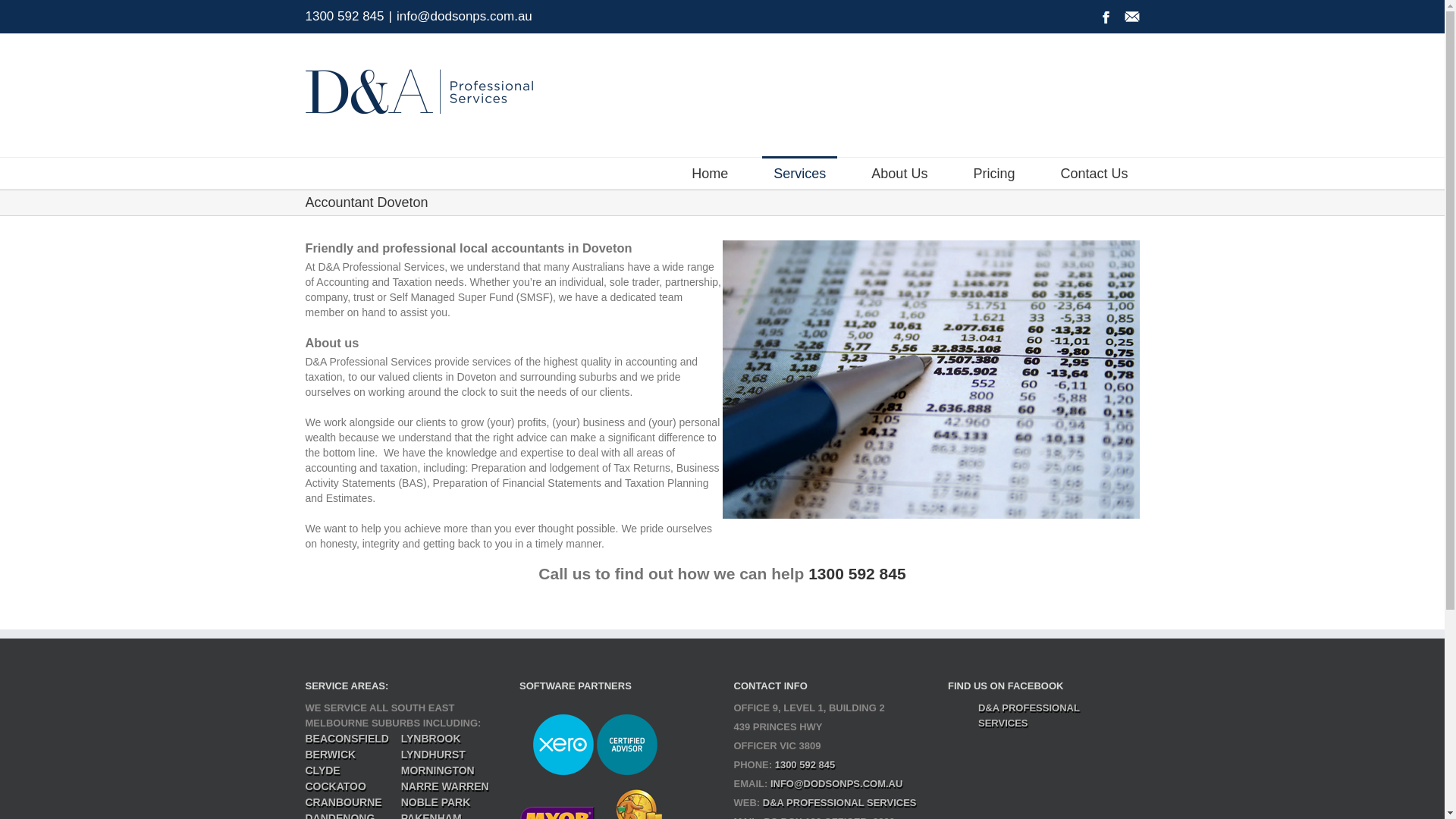 This screenshot has width=1456, height=819. What do you see at coordinates (435, 801) in the screenshot?
I see `'NOBLE PARK'` at bounding box center [435, 801].